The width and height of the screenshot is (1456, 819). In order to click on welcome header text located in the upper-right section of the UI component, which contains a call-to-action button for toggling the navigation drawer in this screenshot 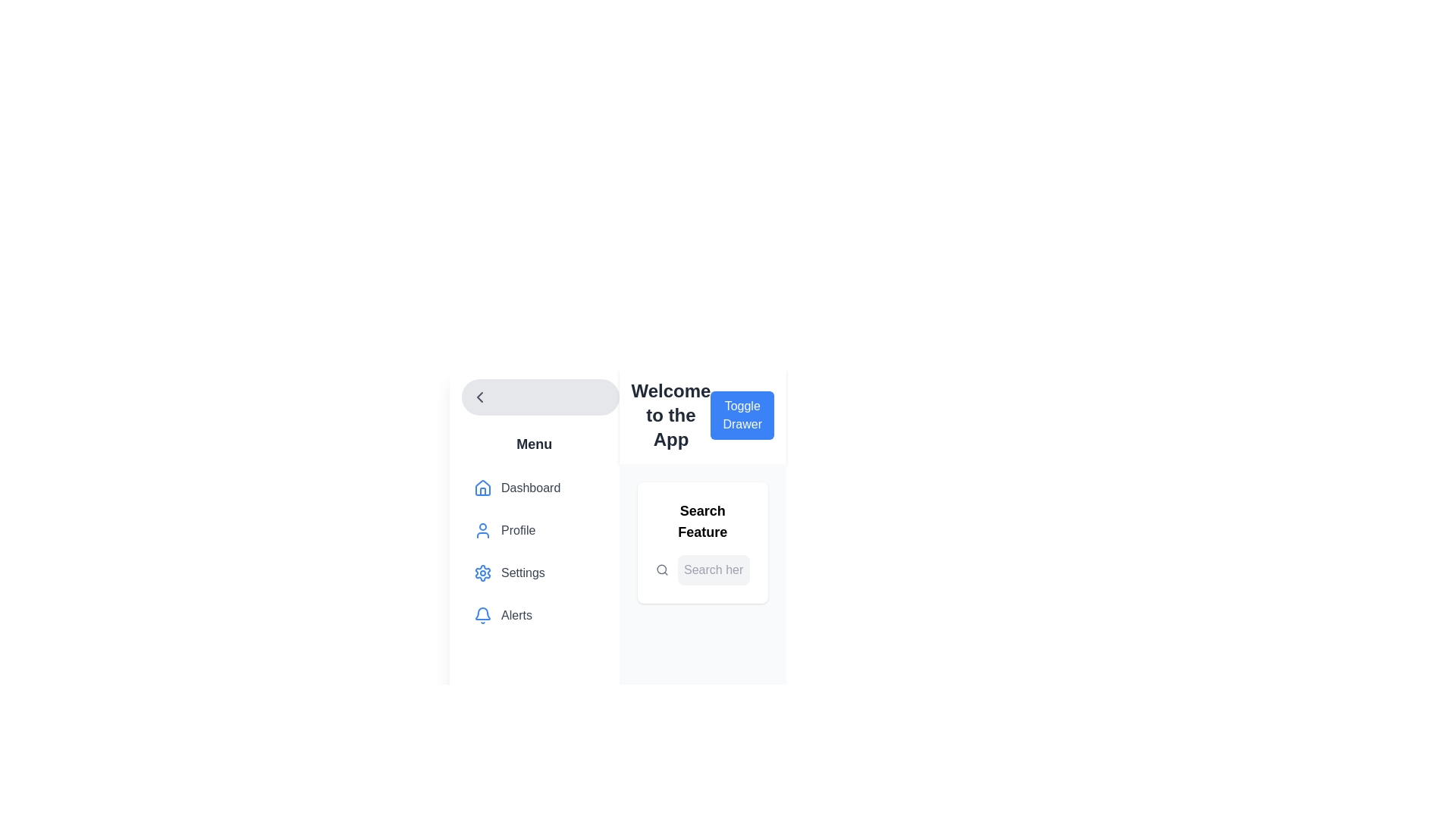, I will do `click(701, 415)`.